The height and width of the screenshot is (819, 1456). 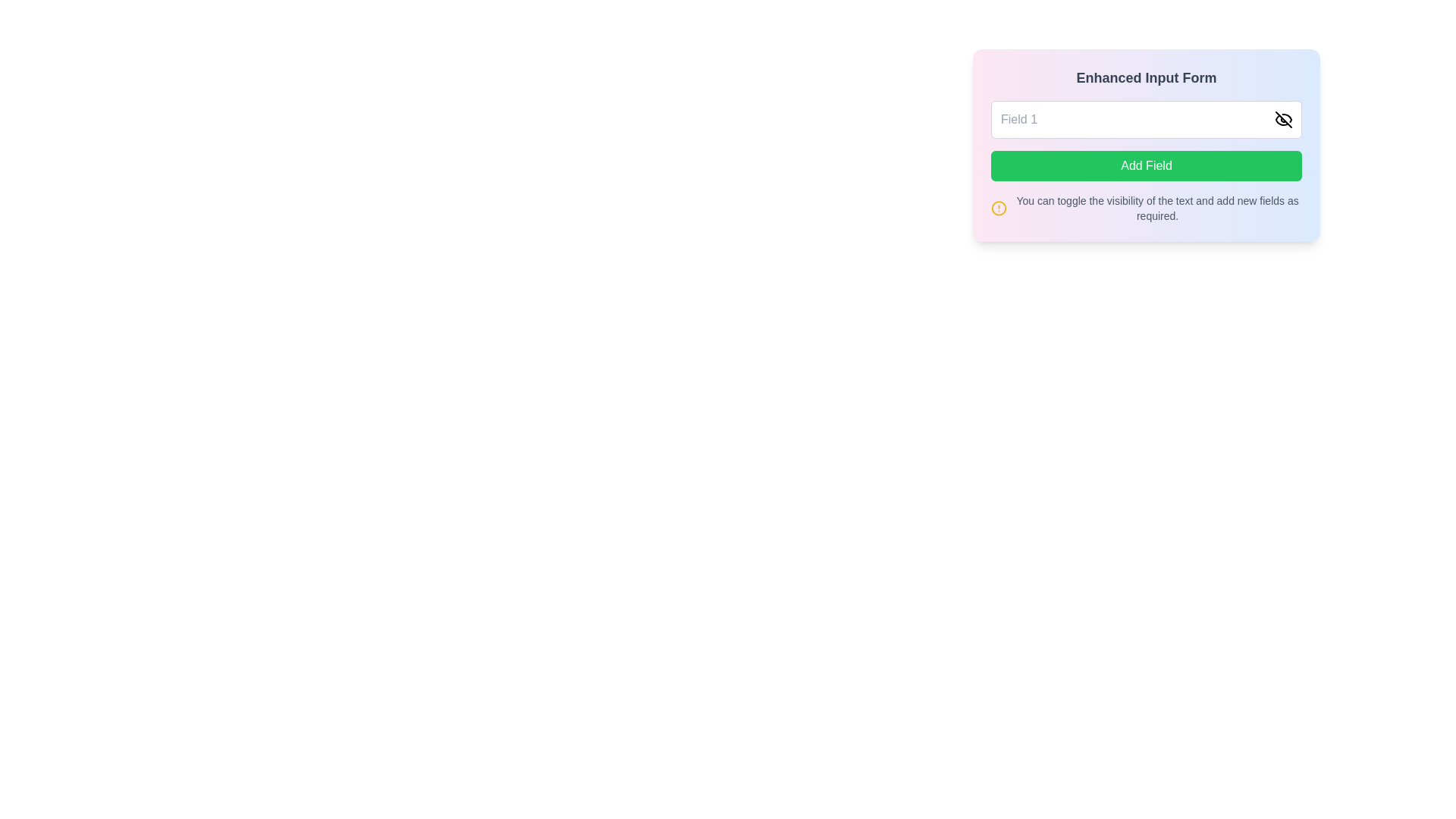 I want to click on the informational icon located at the bottom of the 'Enhanced Input Form' card, which provides guidance on how to interact with the form elements, so click(x=1147, y=208).